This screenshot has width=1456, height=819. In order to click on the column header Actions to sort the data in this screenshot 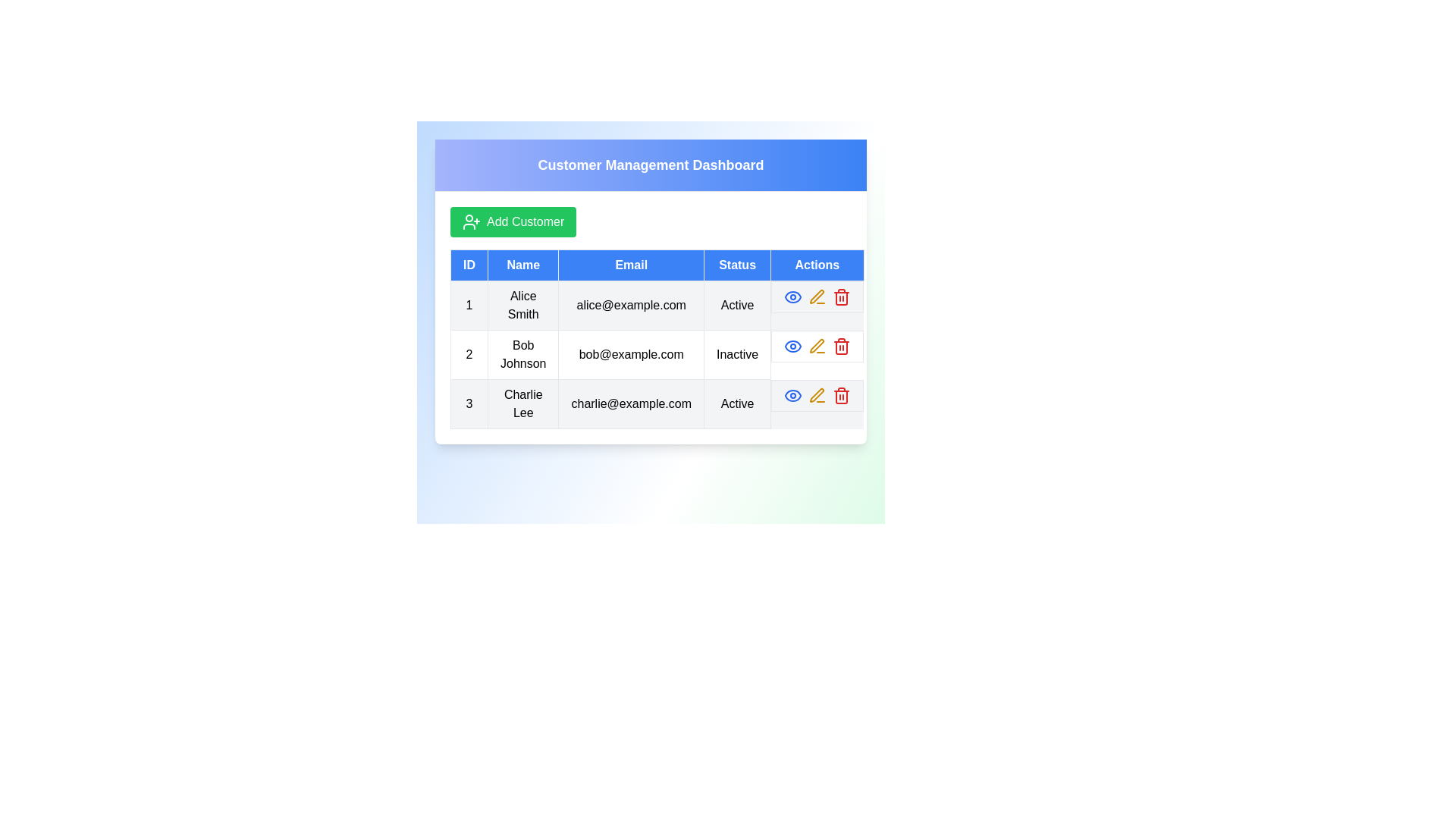, I will do `click(817, 265)`.